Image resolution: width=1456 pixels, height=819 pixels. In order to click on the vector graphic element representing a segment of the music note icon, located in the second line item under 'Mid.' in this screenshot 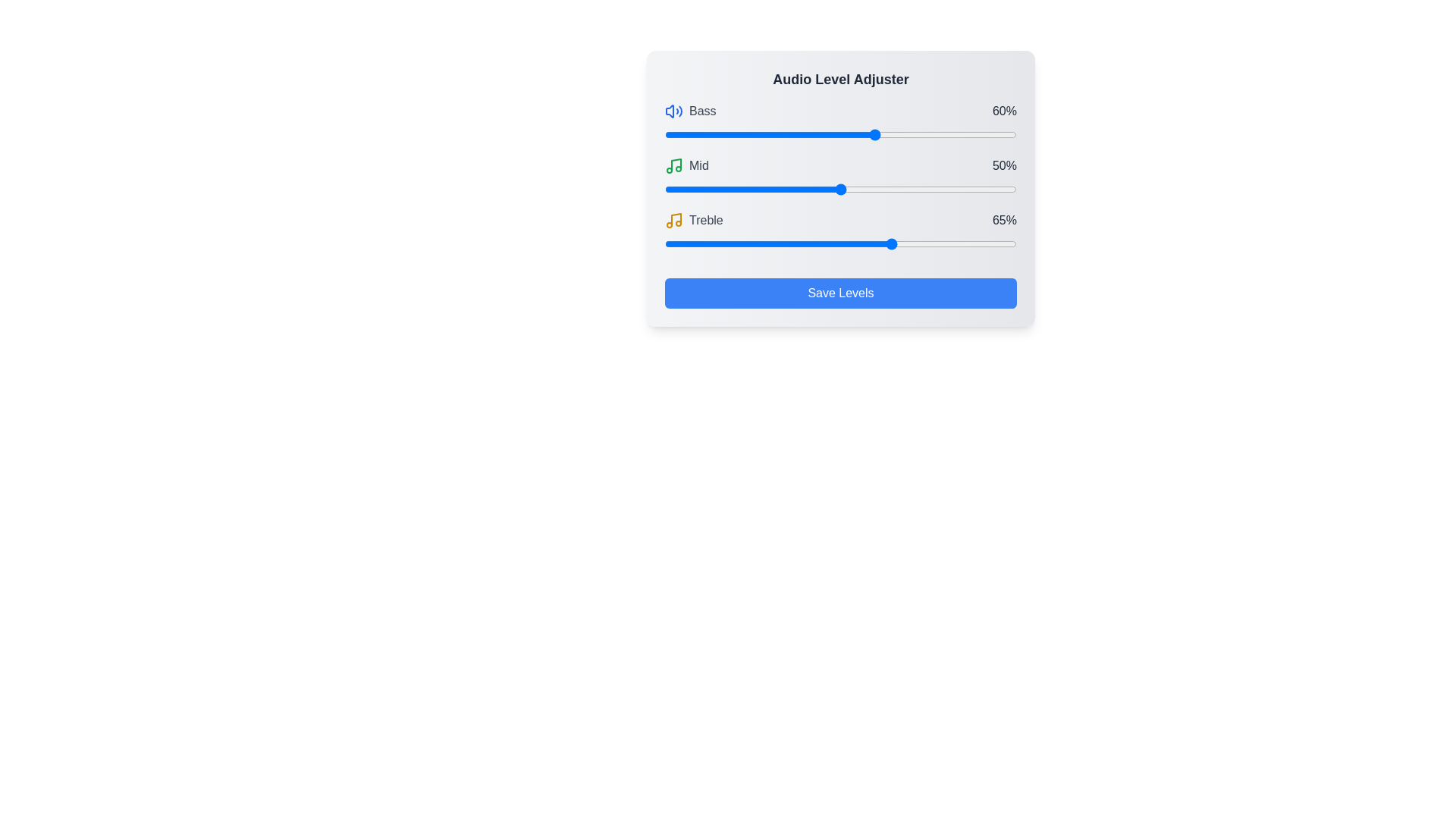, I will do `click(676, 165)`.